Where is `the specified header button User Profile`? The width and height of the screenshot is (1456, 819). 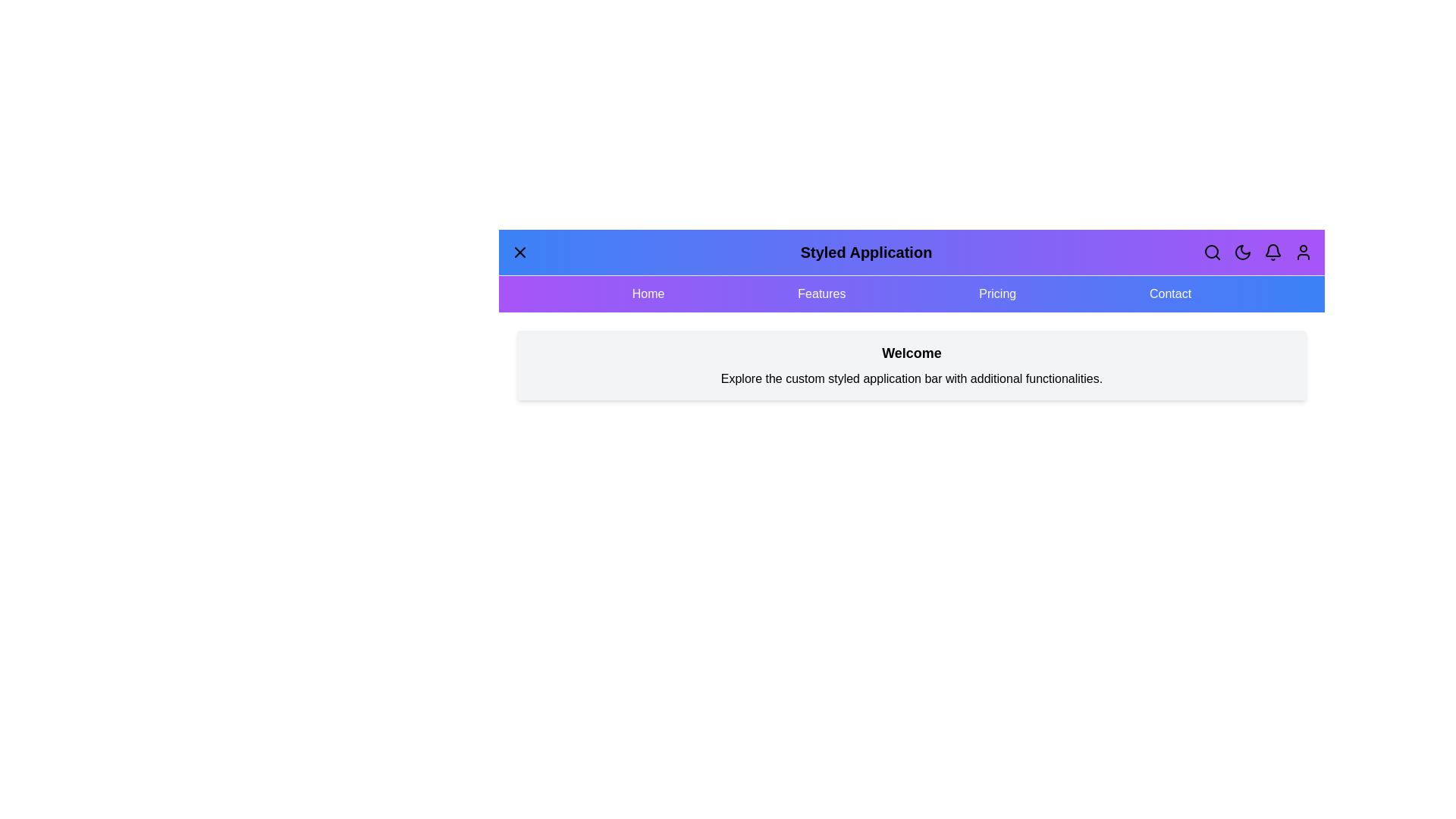 the specified header button User Profile is located at coordinates (1302, 251).